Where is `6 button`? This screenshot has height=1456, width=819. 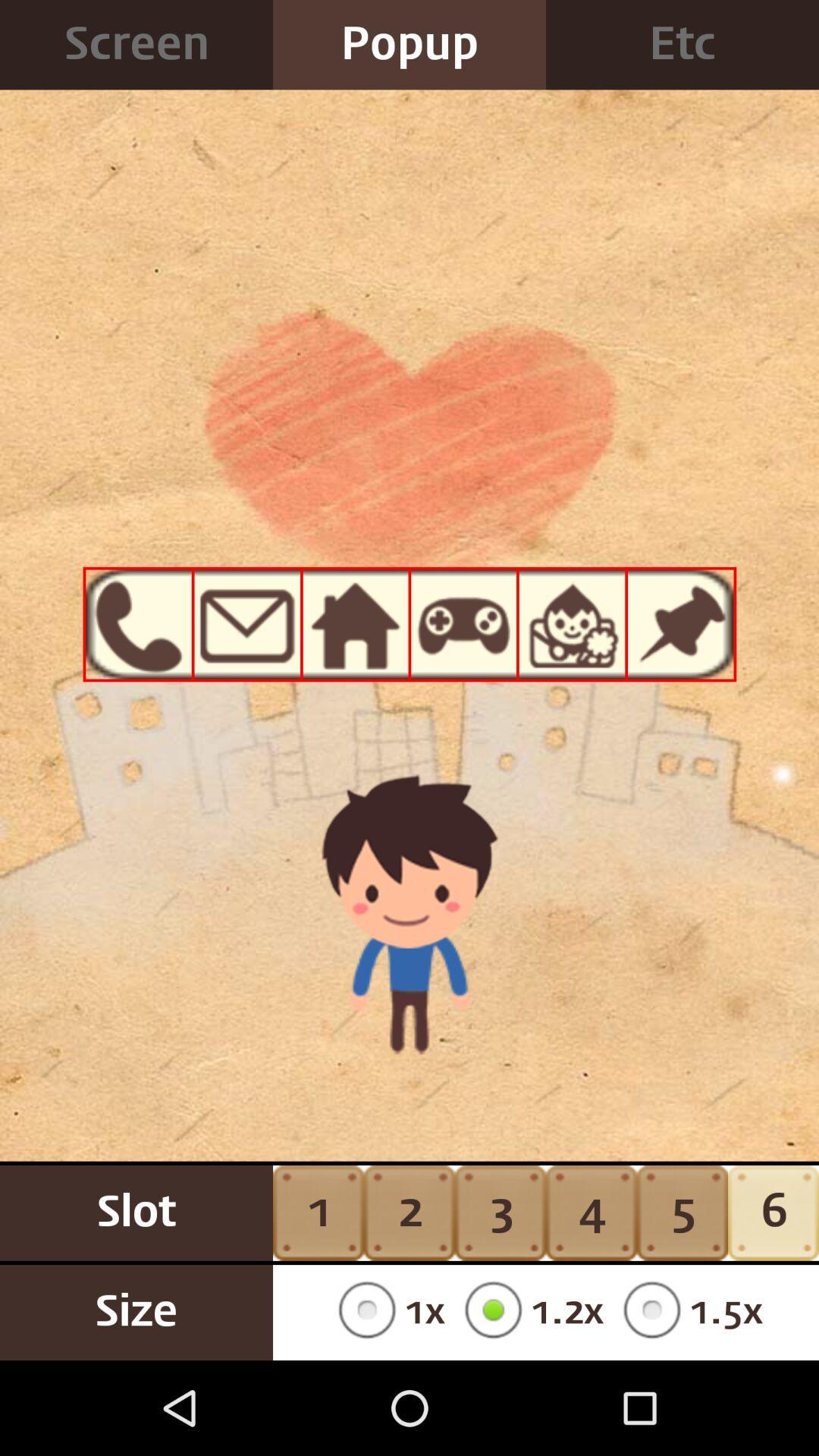 6 button is located at coordinates (773, 1212).